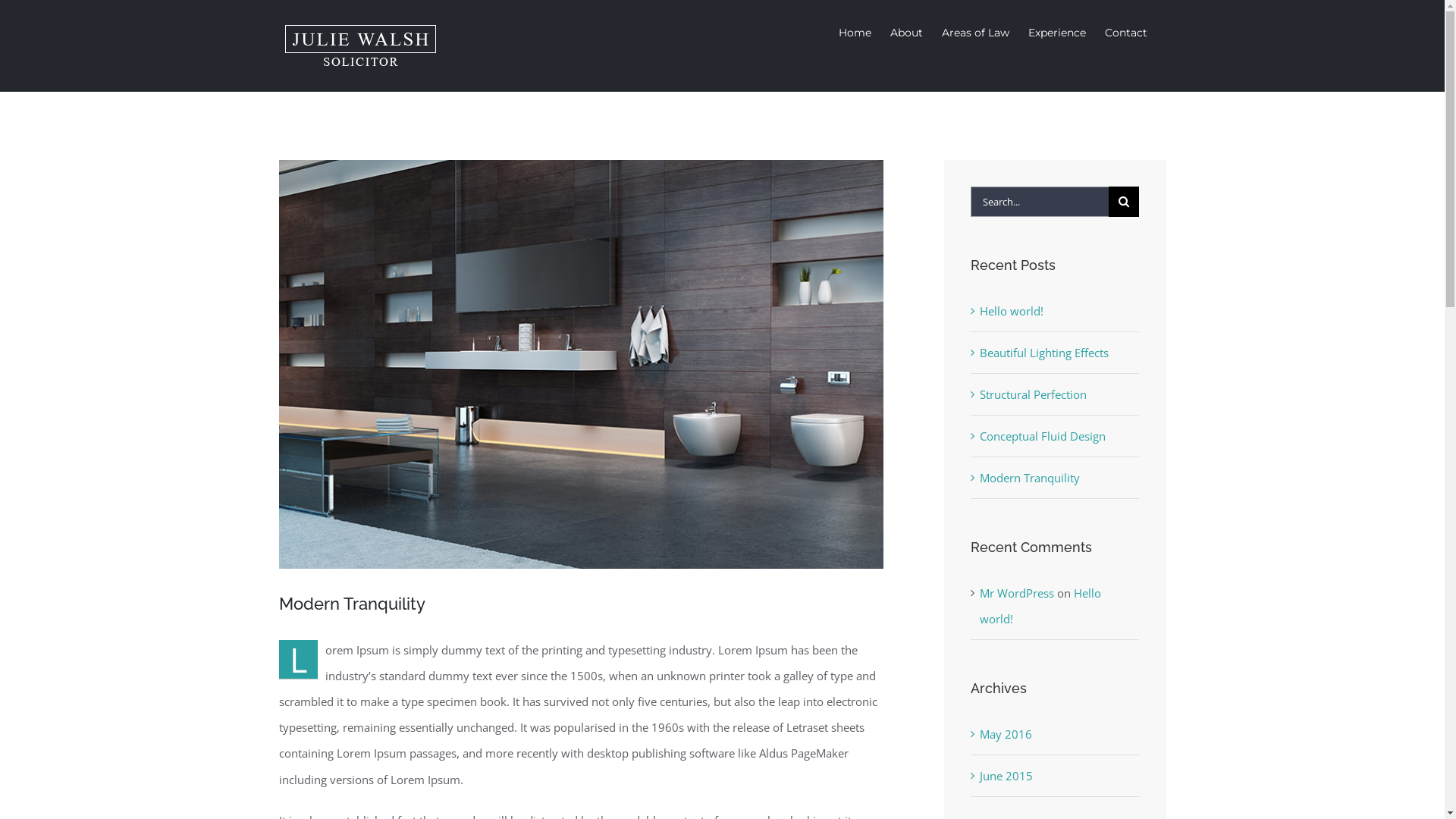  What do you see at coordinates (855, 32) in the screenshot?
I see `'Home'` at bounding box center [855, 32].